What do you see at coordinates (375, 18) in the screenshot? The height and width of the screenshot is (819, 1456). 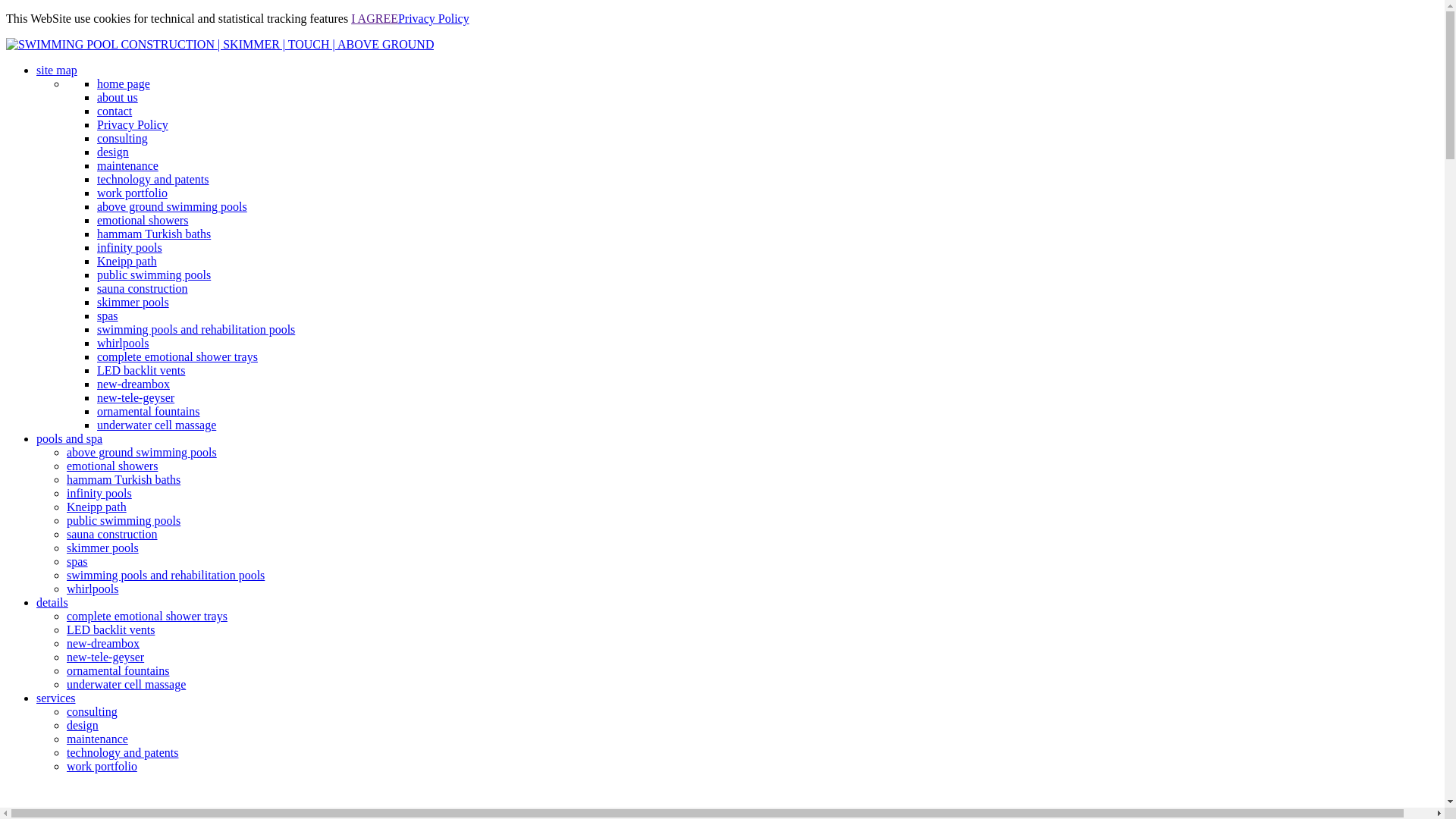 I see `'I AGREE'` at bounding box center [375, 18].